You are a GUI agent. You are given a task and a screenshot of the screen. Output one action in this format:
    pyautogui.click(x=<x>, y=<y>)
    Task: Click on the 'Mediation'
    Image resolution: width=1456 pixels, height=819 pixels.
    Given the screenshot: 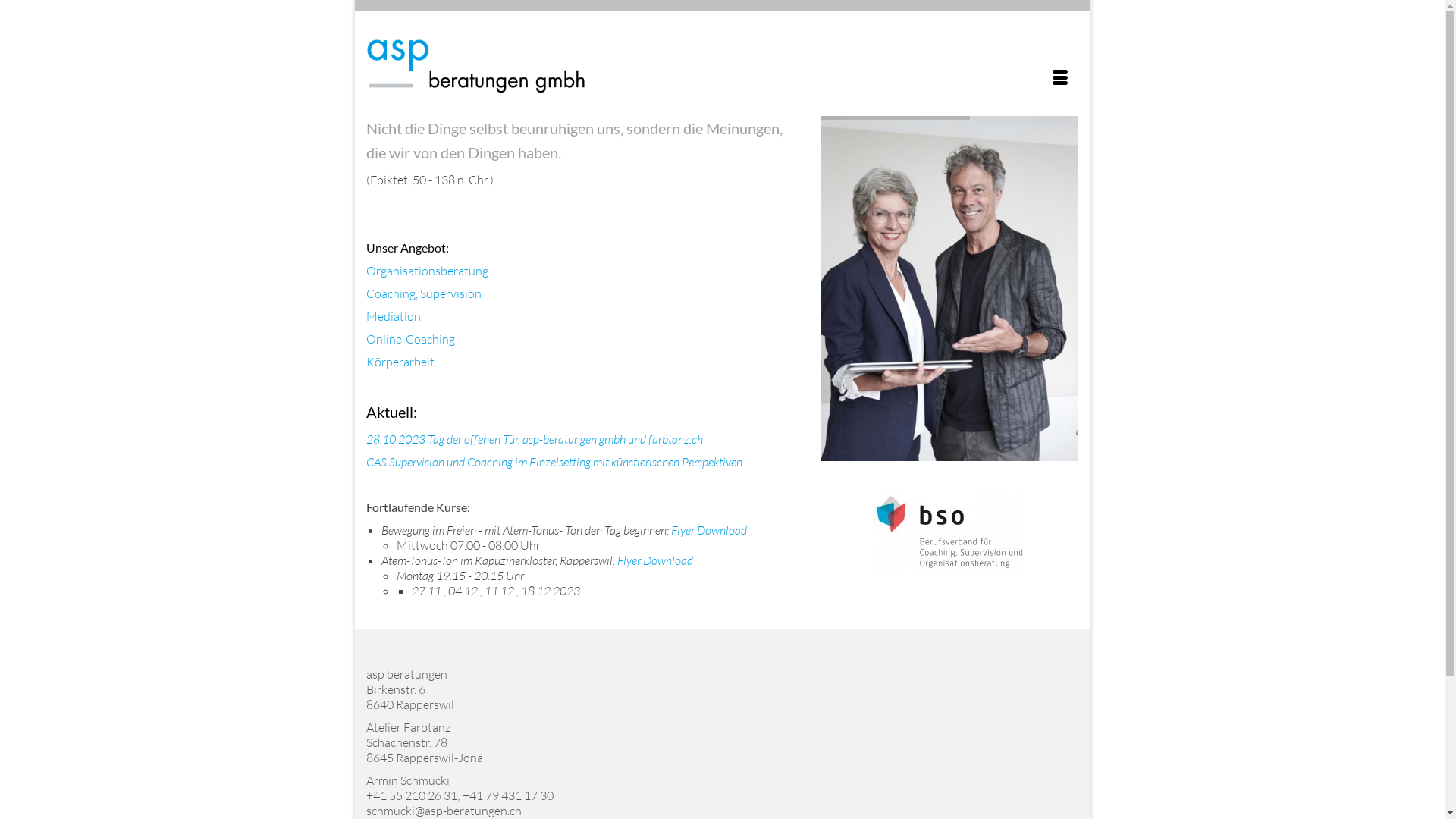 What is the action you would take?
    pyautogui.click(x=393, y=315)
    